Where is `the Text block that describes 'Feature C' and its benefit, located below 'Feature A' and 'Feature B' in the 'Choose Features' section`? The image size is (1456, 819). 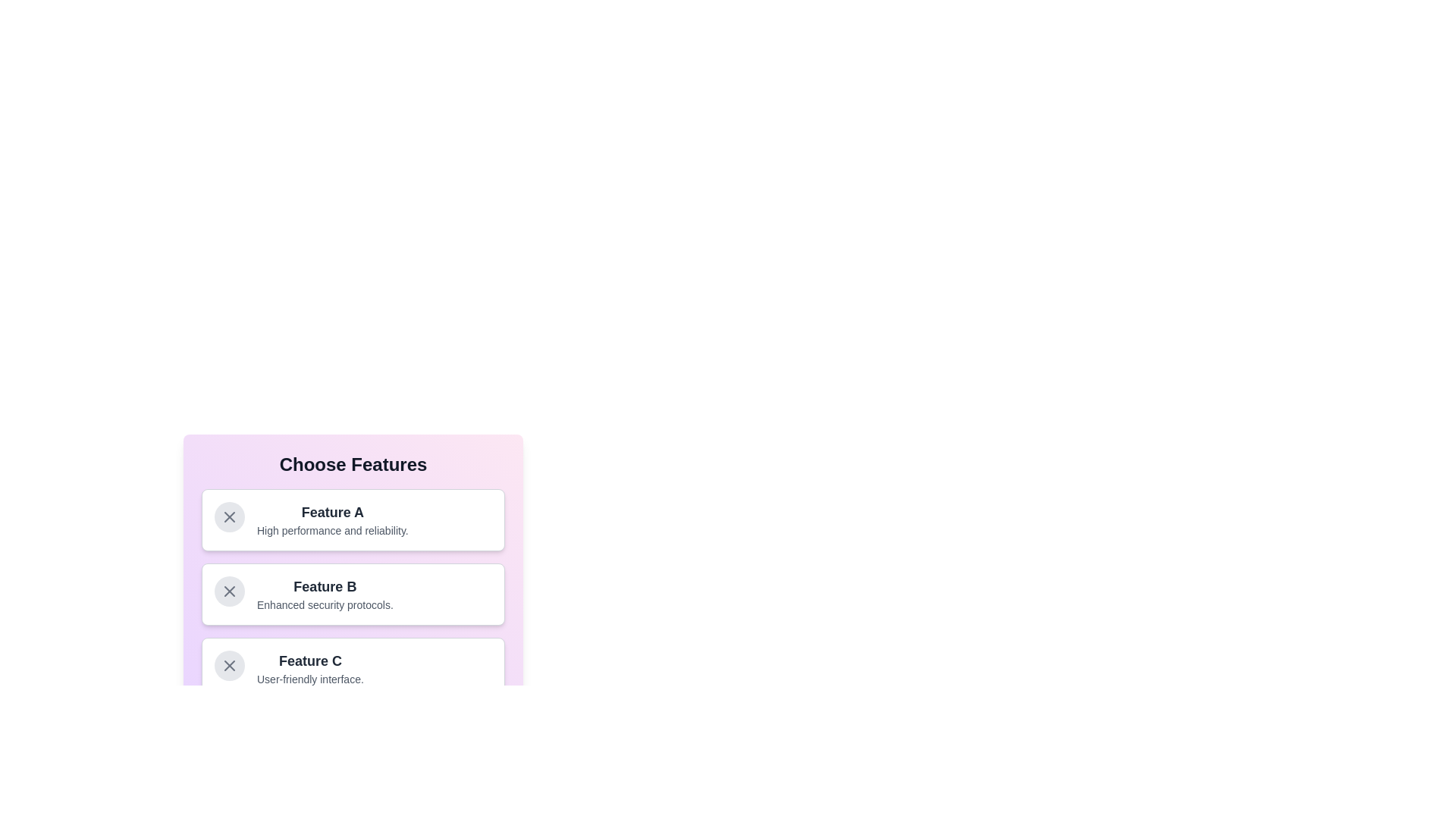 the Text block that describes 'Feature C' and its benefit, located below 'Feature A' and 'Feature B' in the 'Choose Features' section is located at coordinates (309, 668).